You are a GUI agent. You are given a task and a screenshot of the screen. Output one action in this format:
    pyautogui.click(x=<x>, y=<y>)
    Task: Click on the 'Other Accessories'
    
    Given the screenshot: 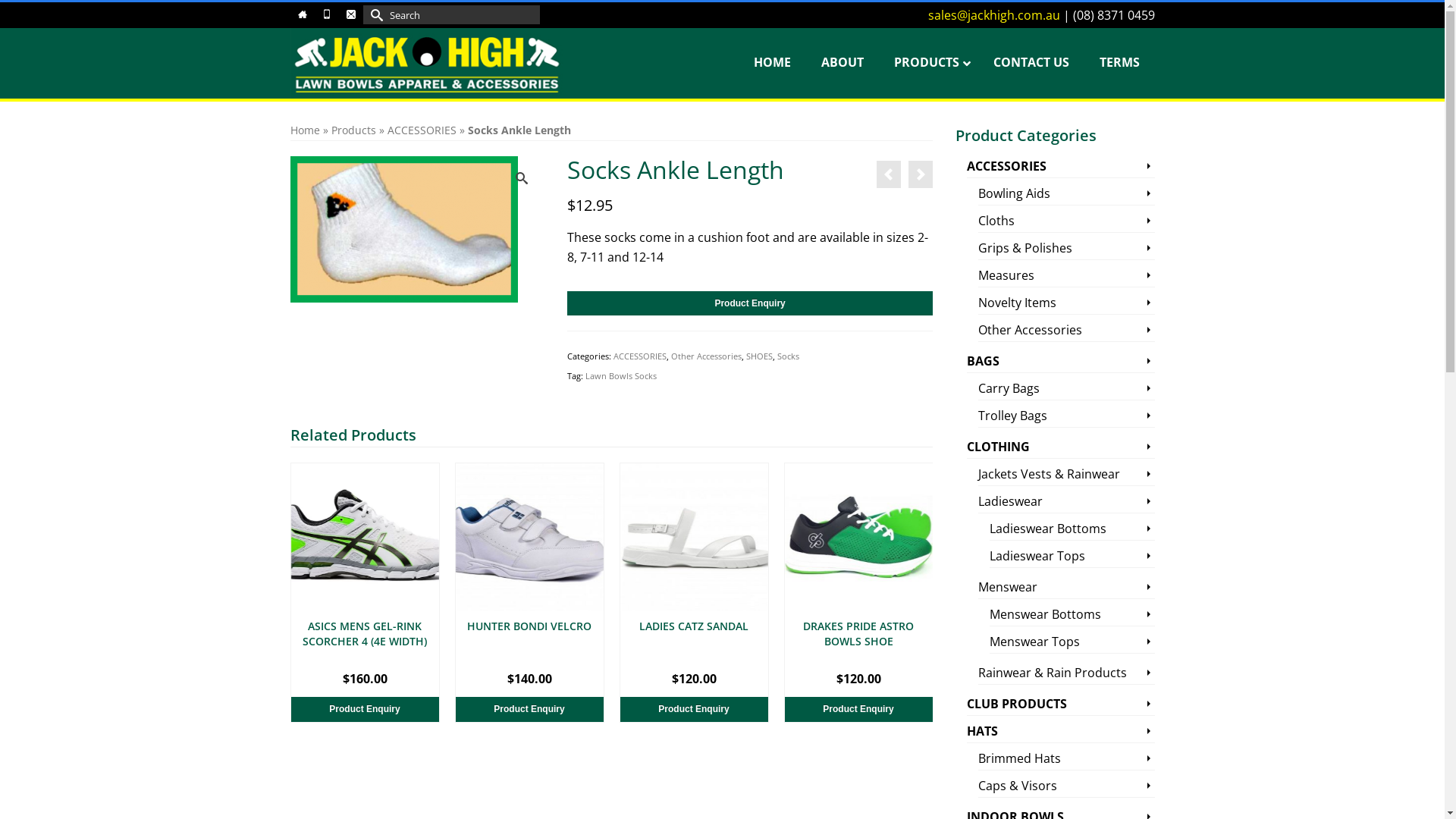 What is the action you would take?
    pyautogui.click(x=705, y=356)
    